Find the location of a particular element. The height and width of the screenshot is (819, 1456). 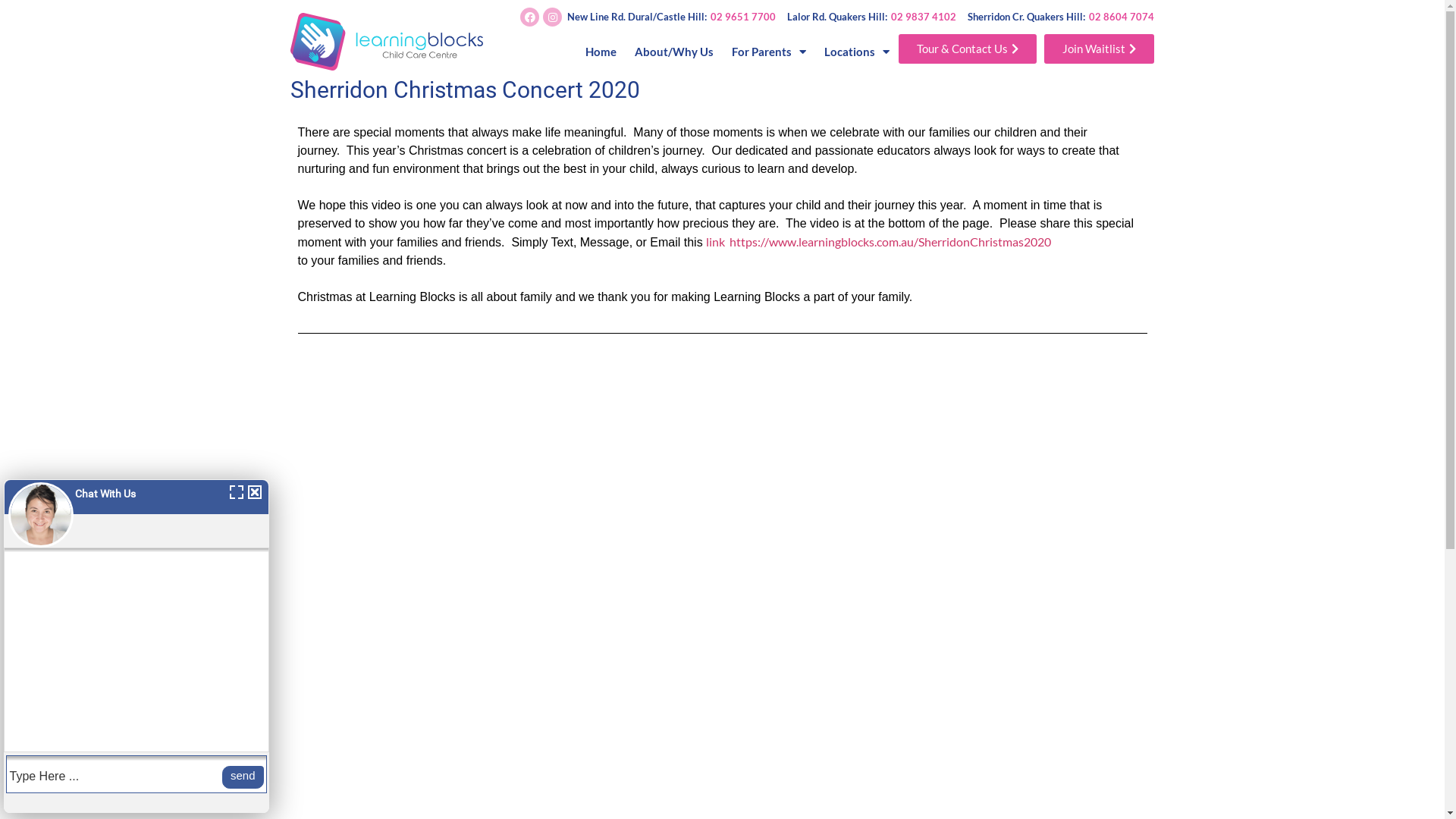

'Join Waitlist' is located at coordinates (1099, 48).